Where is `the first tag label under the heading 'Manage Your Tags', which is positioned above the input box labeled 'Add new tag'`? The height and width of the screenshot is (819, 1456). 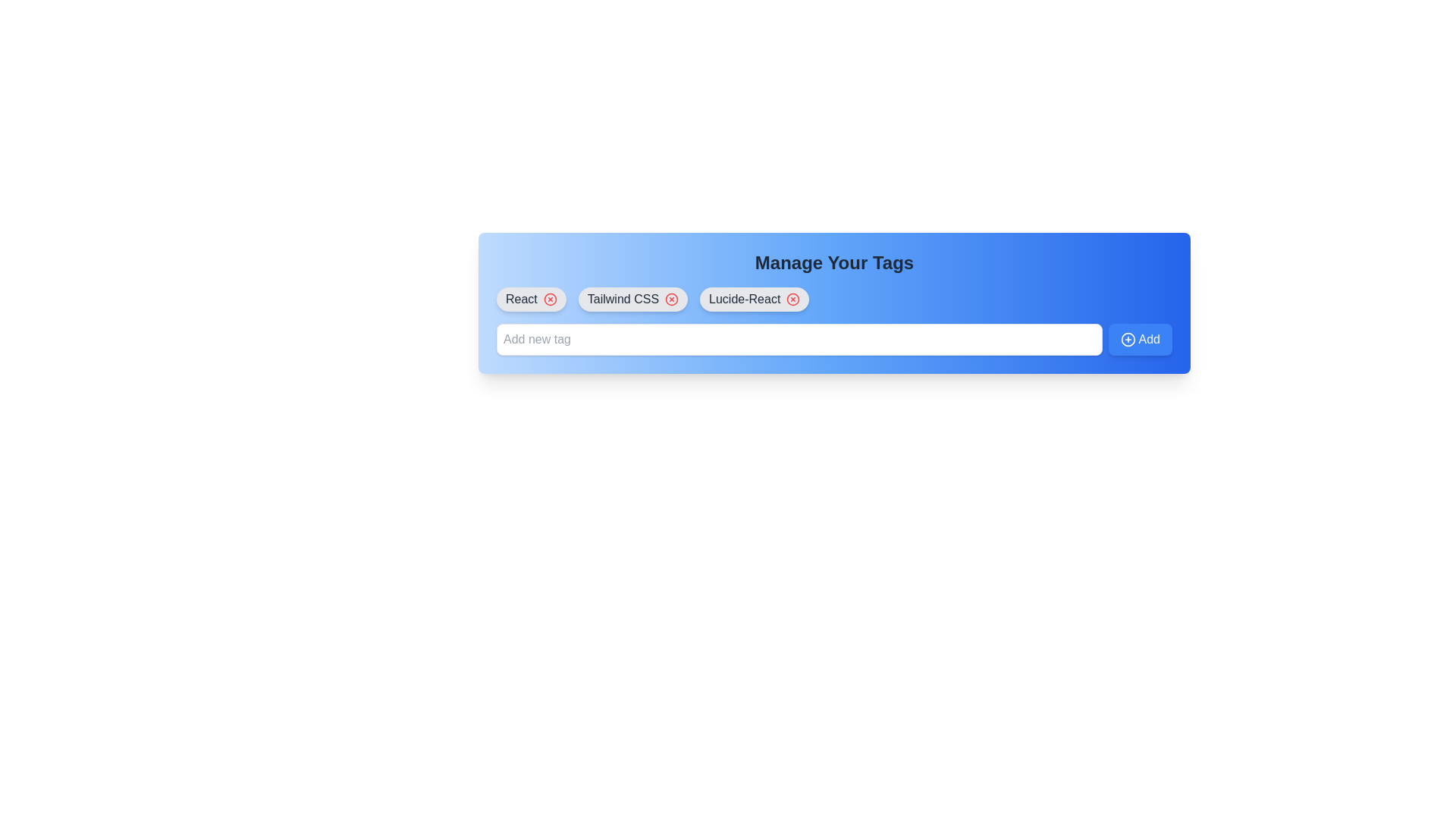 the first tag label under the heading 'Manage Your Tags', which is positioned above the input box labeled 'Add new tag' is located at coordinates (521, 299).